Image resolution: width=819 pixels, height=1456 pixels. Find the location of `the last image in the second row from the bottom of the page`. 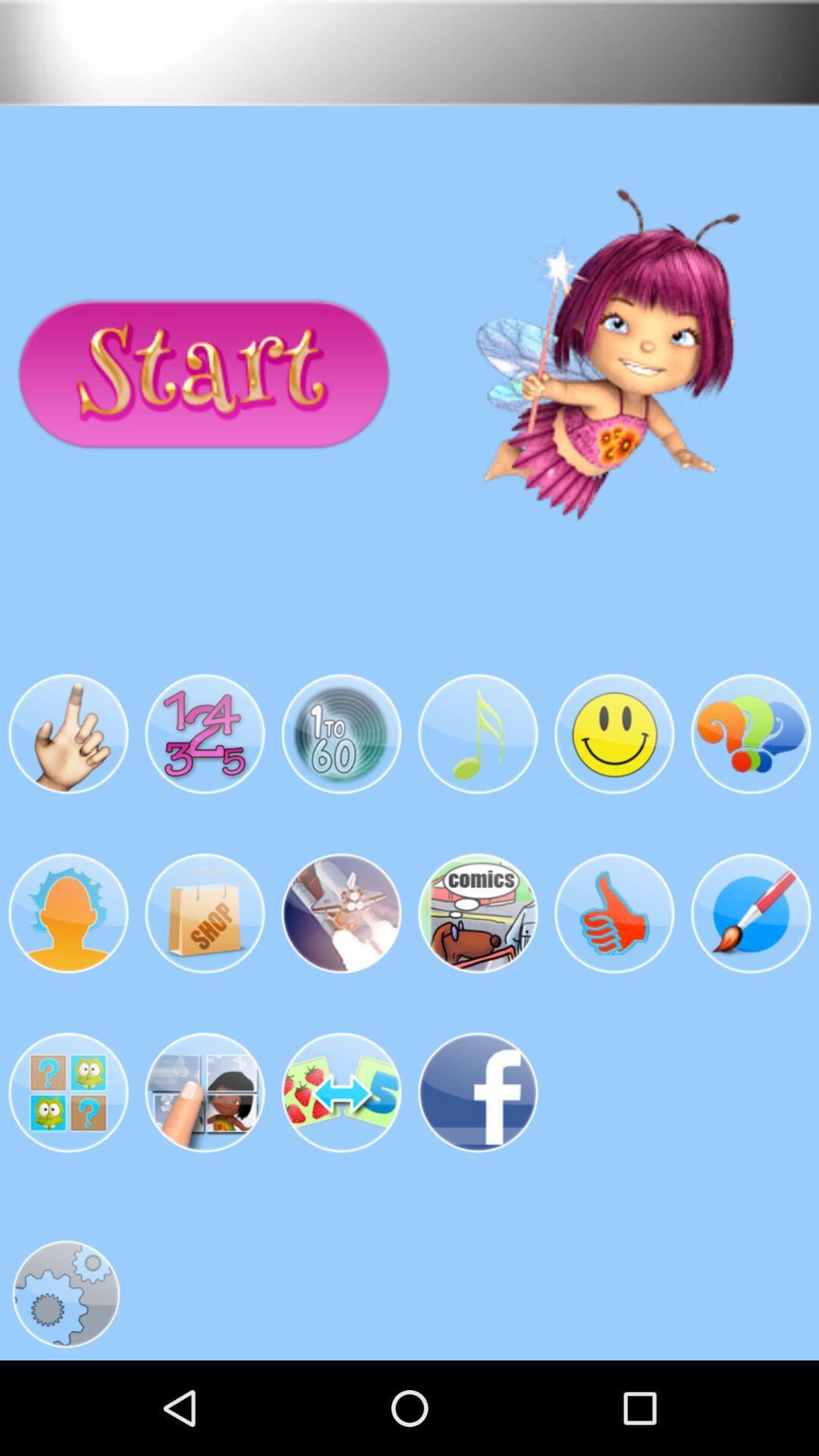

the last image in the second row from the bottom of the page is located at coordinates (476, 1092).